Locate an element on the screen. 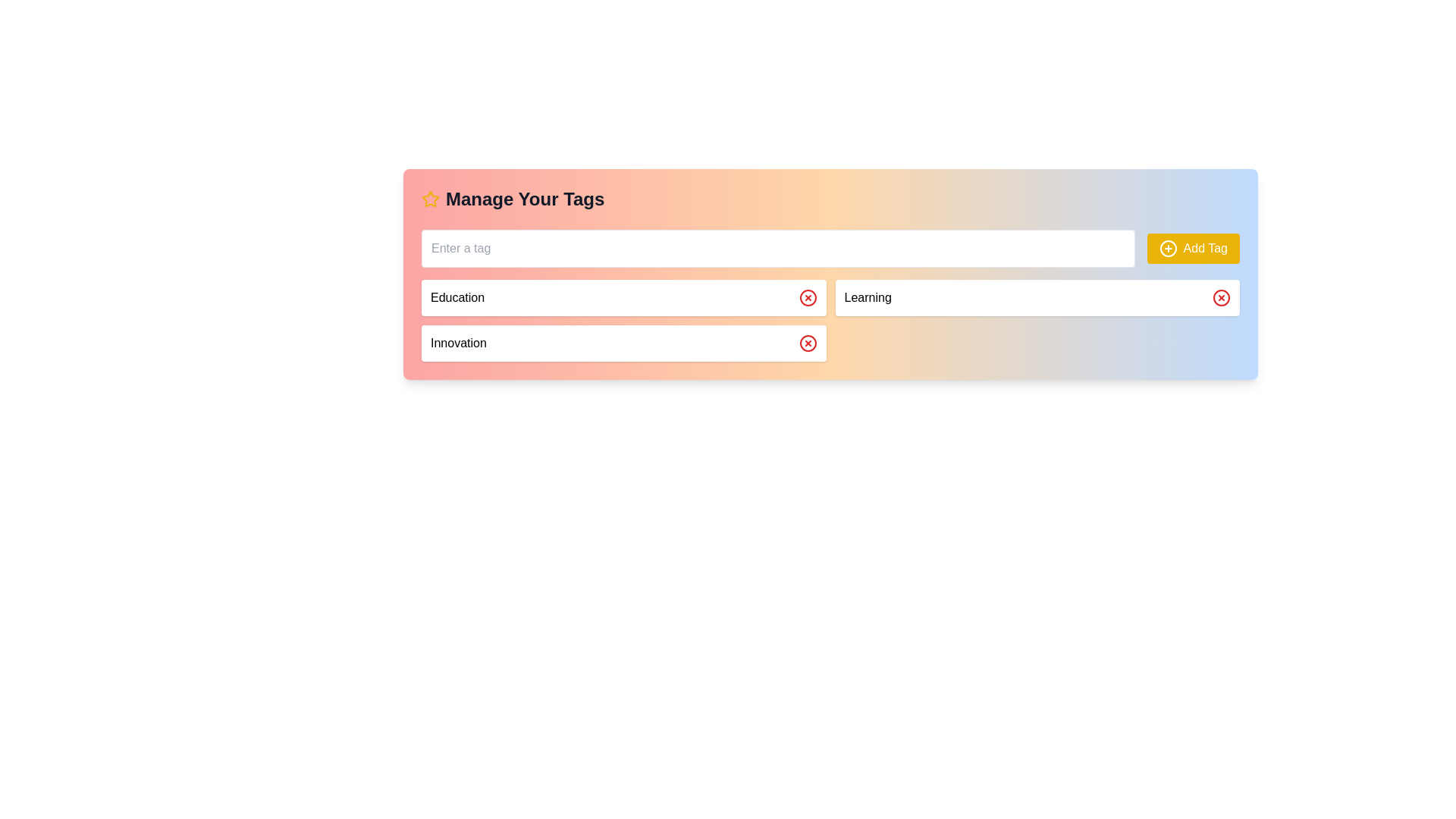 The height and width of the screenshot is (819, 1456). the decorative icon located in the top-left corner of the 'Manage Your Tags' form card, which represents the section's theme or content related to tags or highlights is located at coordinates (429, 198).